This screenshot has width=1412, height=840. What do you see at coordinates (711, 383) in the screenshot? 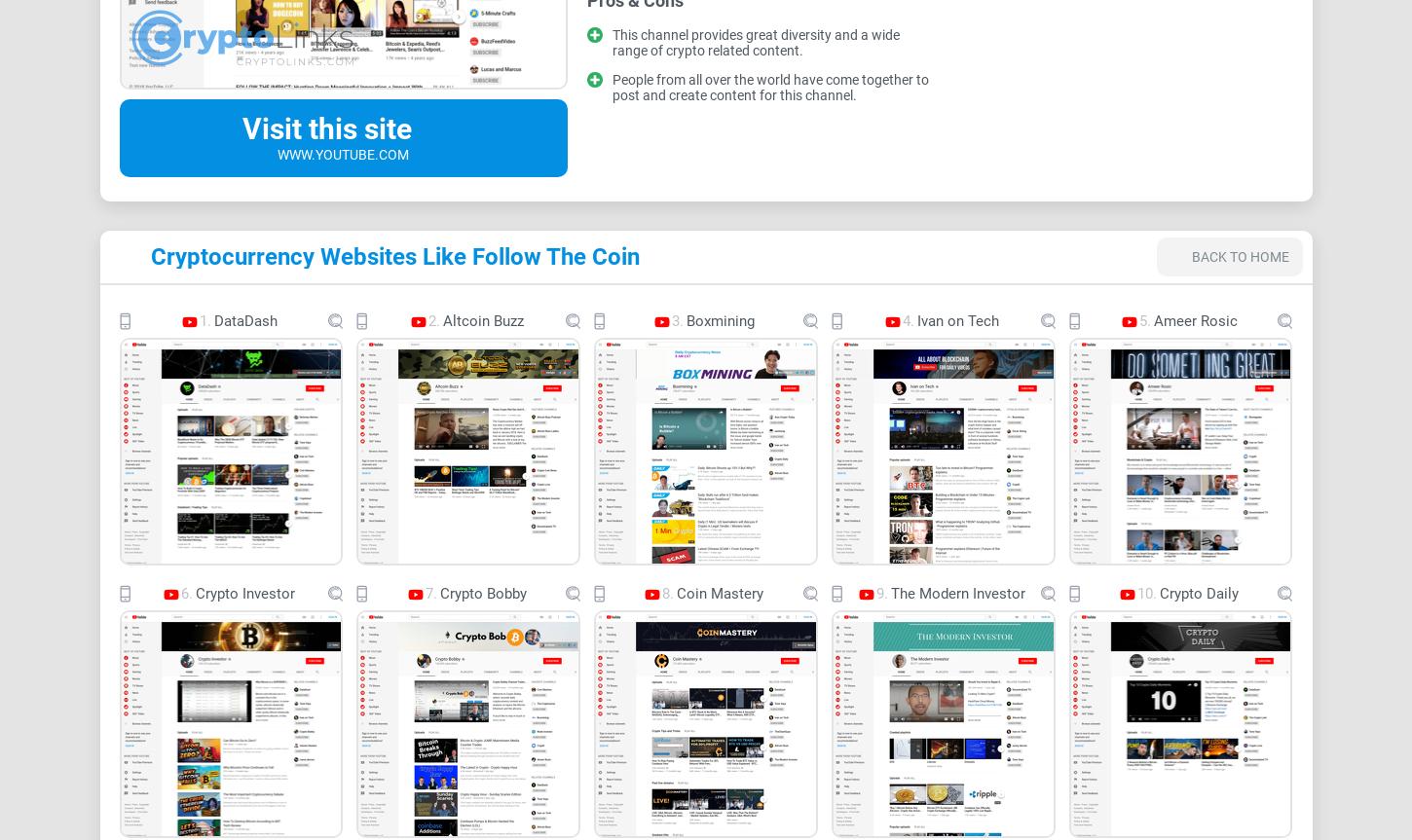
I see `'http://followthecoin.com/dogeconsf'` at bounding box center [711, 383].